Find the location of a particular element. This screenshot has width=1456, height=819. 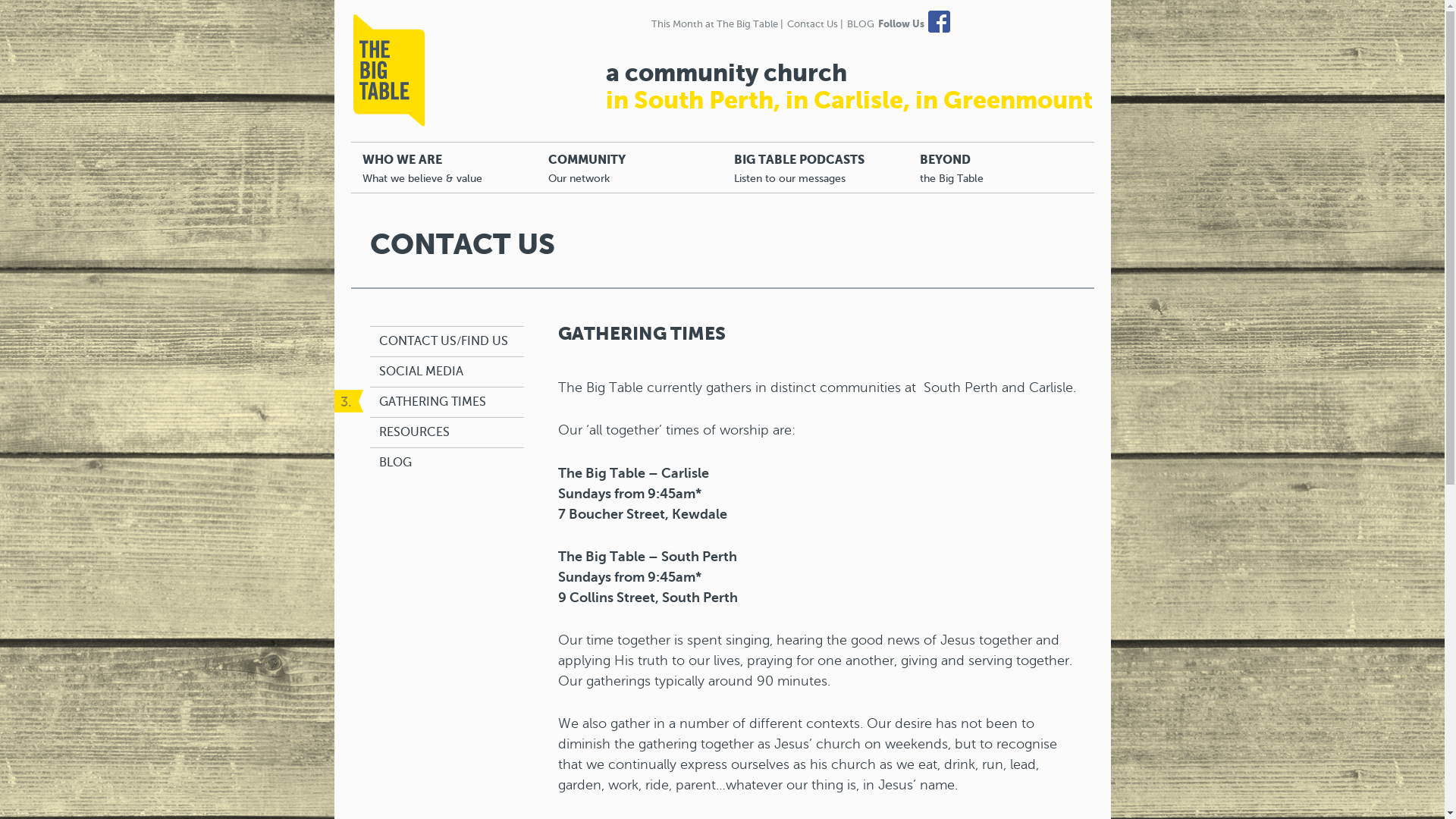

'BLOG' is located at coordinates (395, 462).